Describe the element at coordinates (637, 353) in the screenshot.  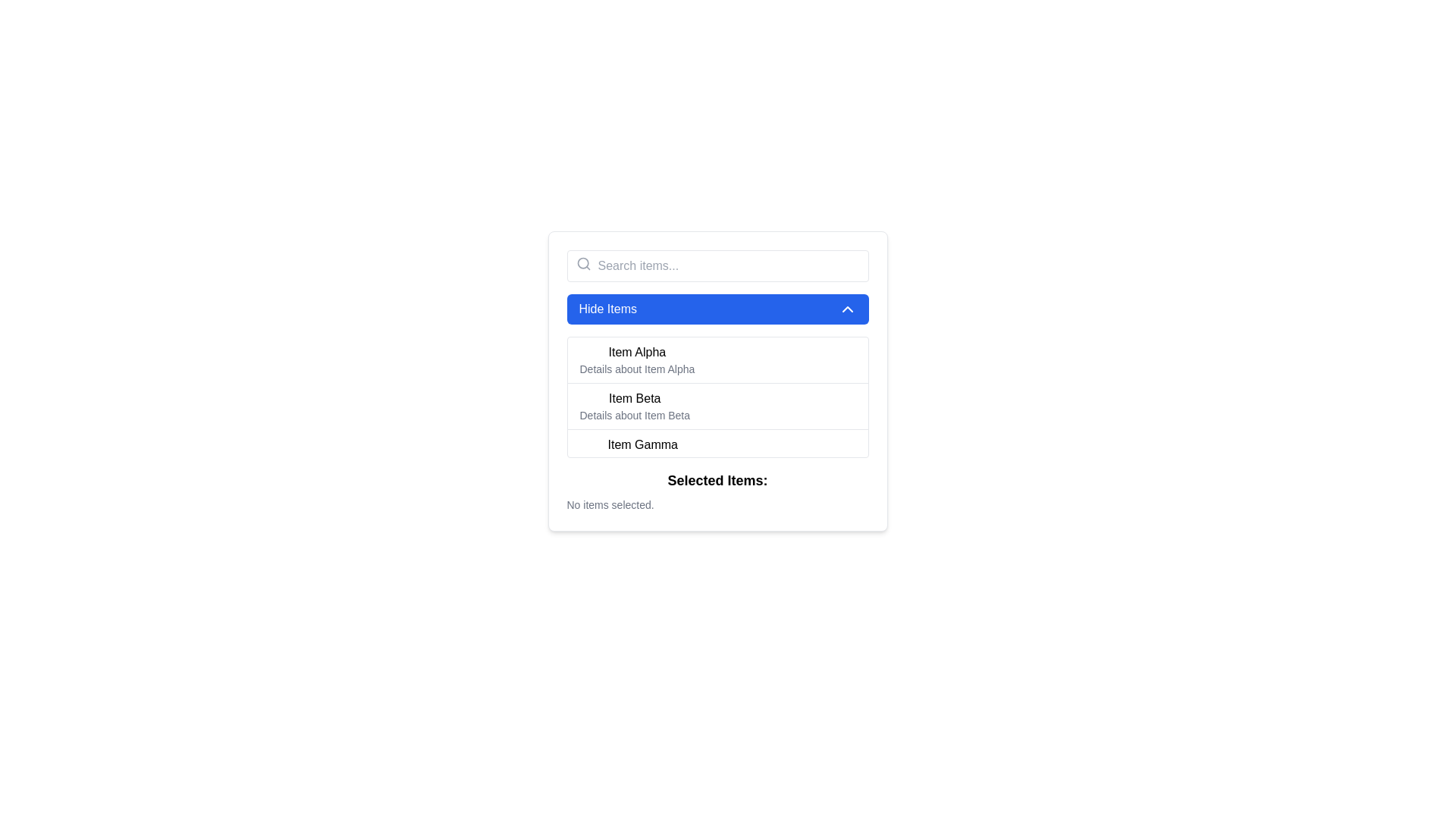
I see `the label heading for the item in the list, which serves as a clear identifier above the 'Details about Item Alpha' text and below the 'Hide Items' button` at that location.